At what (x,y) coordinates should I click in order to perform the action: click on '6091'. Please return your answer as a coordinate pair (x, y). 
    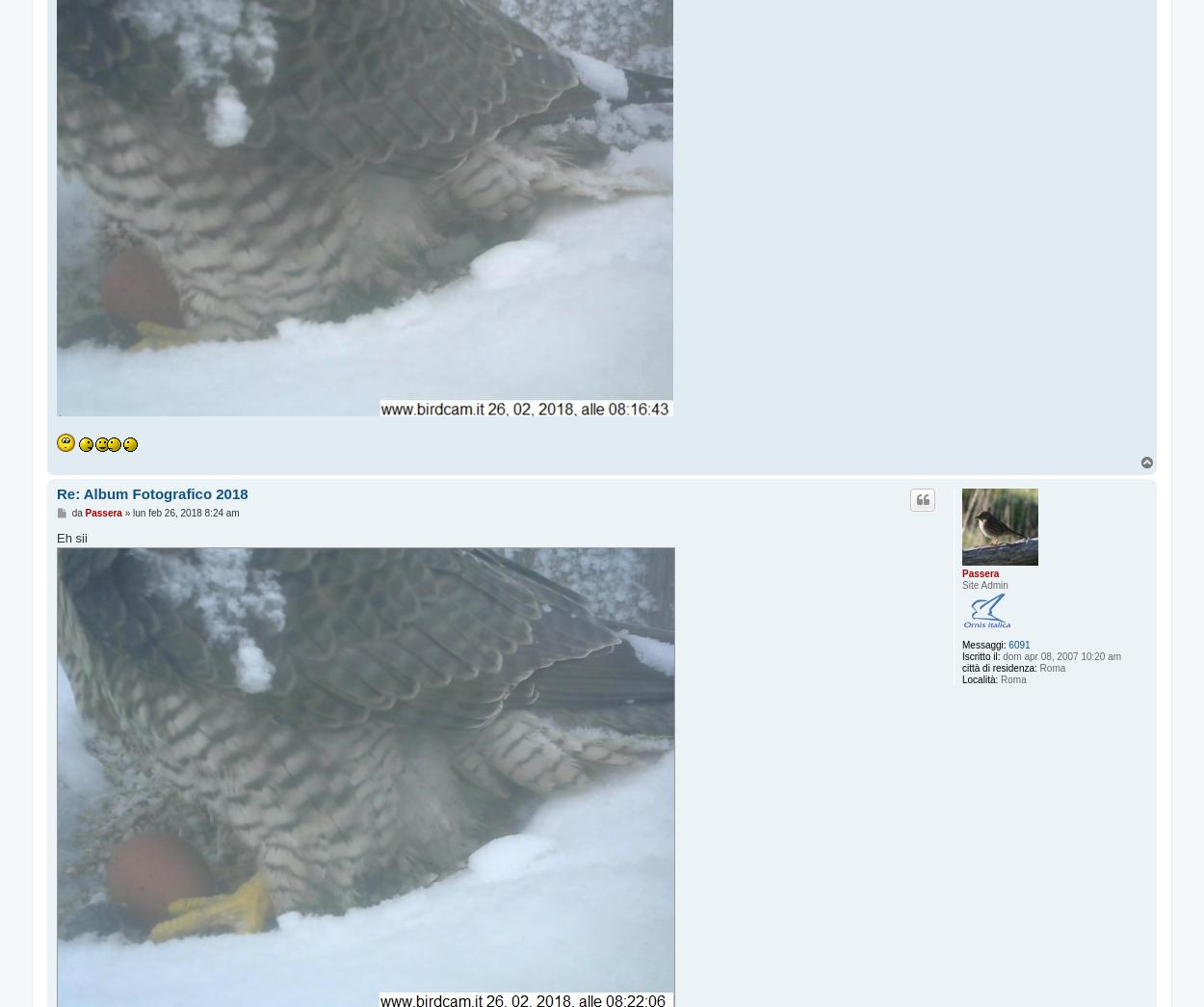
    Looking at the image, I should click on (1019, 644).